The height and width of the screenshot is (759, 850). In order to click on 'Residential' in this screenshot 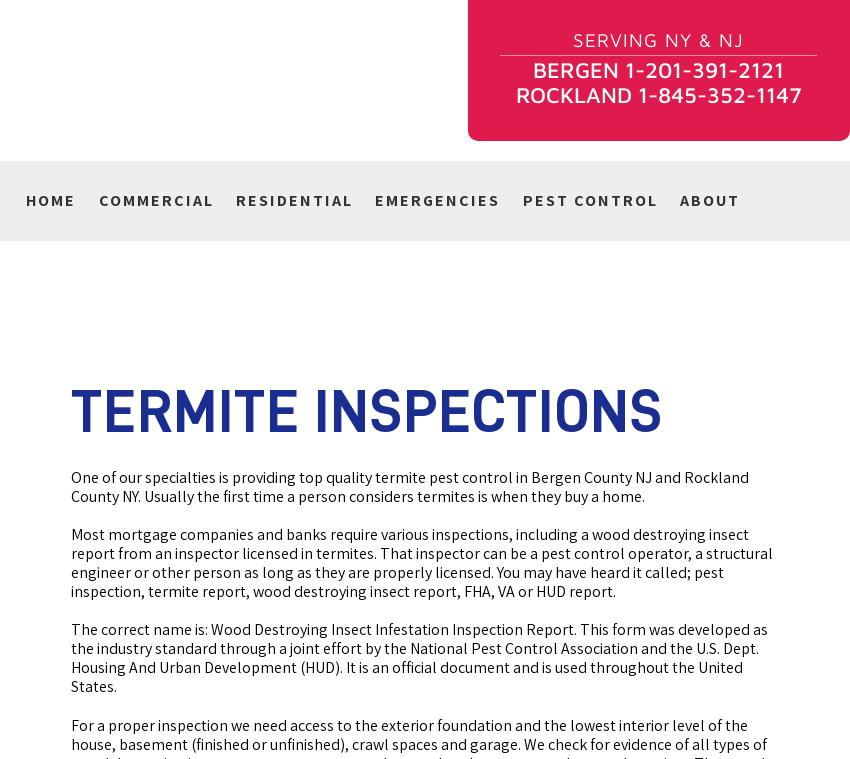, I will do `click(292, 200)`.